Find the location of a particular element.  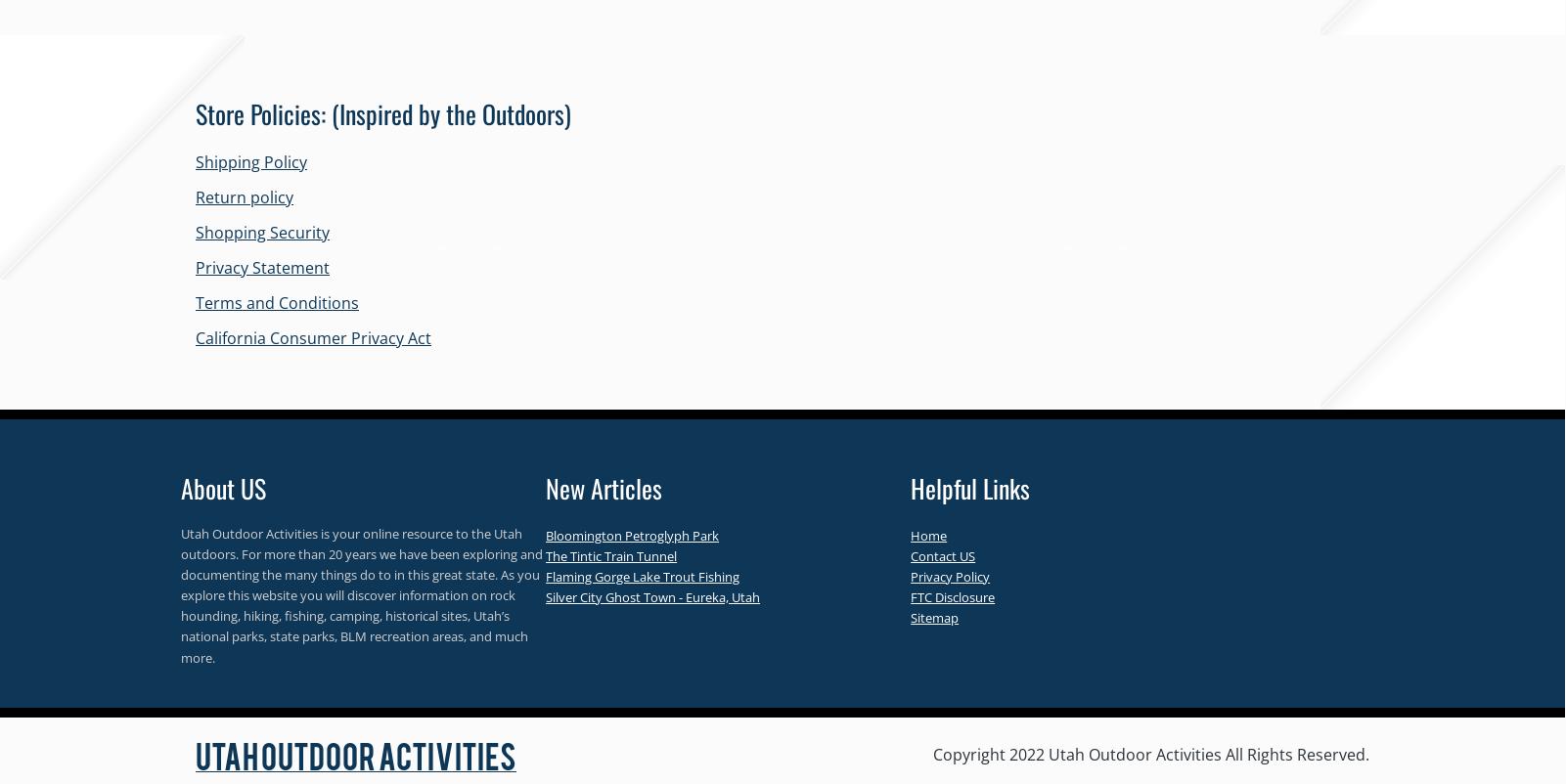

'Privacy Statement' is located at coordinates (262, 267).